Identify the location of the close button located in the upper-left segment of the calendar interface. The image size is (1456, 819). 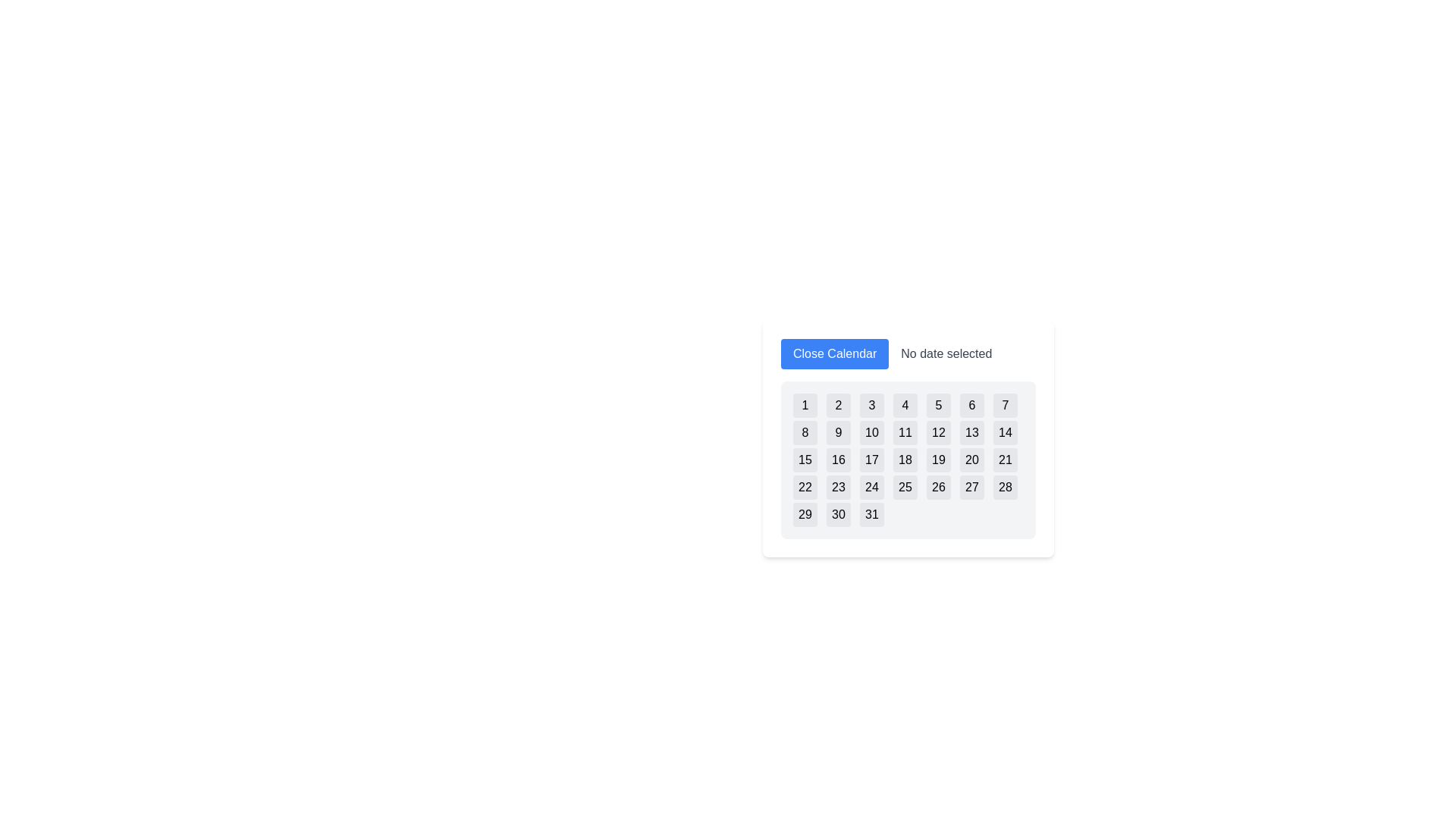
(834, 353).